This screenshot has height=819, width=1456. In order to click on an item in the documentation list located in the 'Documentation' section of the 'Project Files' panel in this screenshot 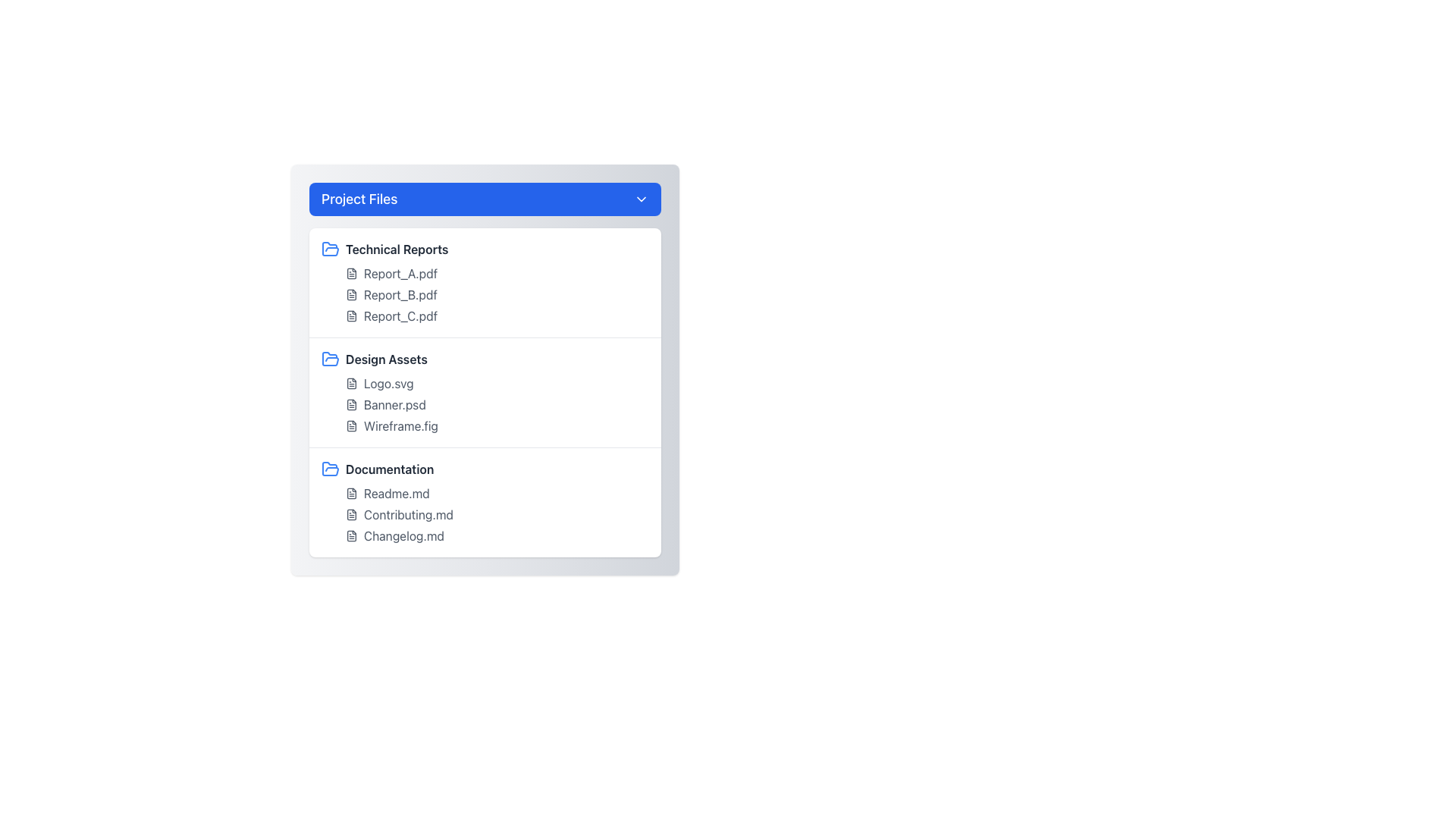, I will do `click(484, 513)`.